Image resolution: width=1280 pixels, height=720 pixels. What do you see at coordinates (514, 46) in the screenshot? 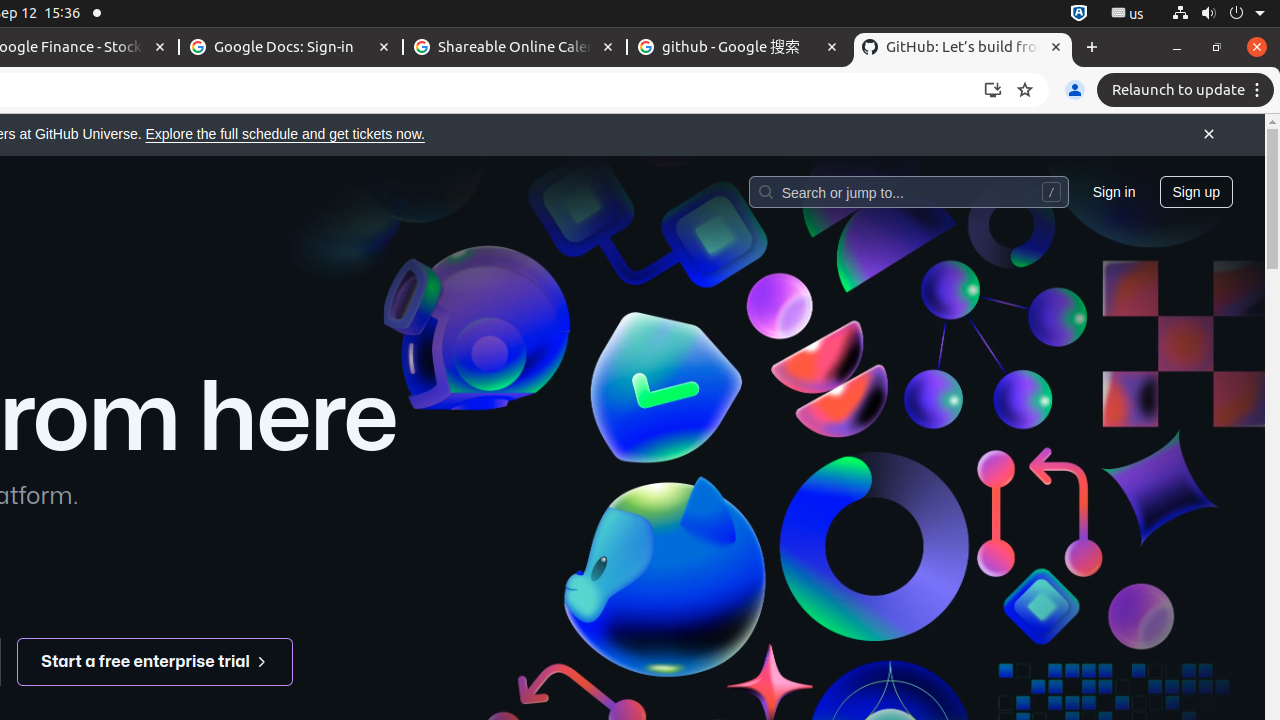
I see `'Shareable Online Calendar and Scheduling - Google Calendar - Memory usage - 88.4 MB'` at bounding box center [514, 46].